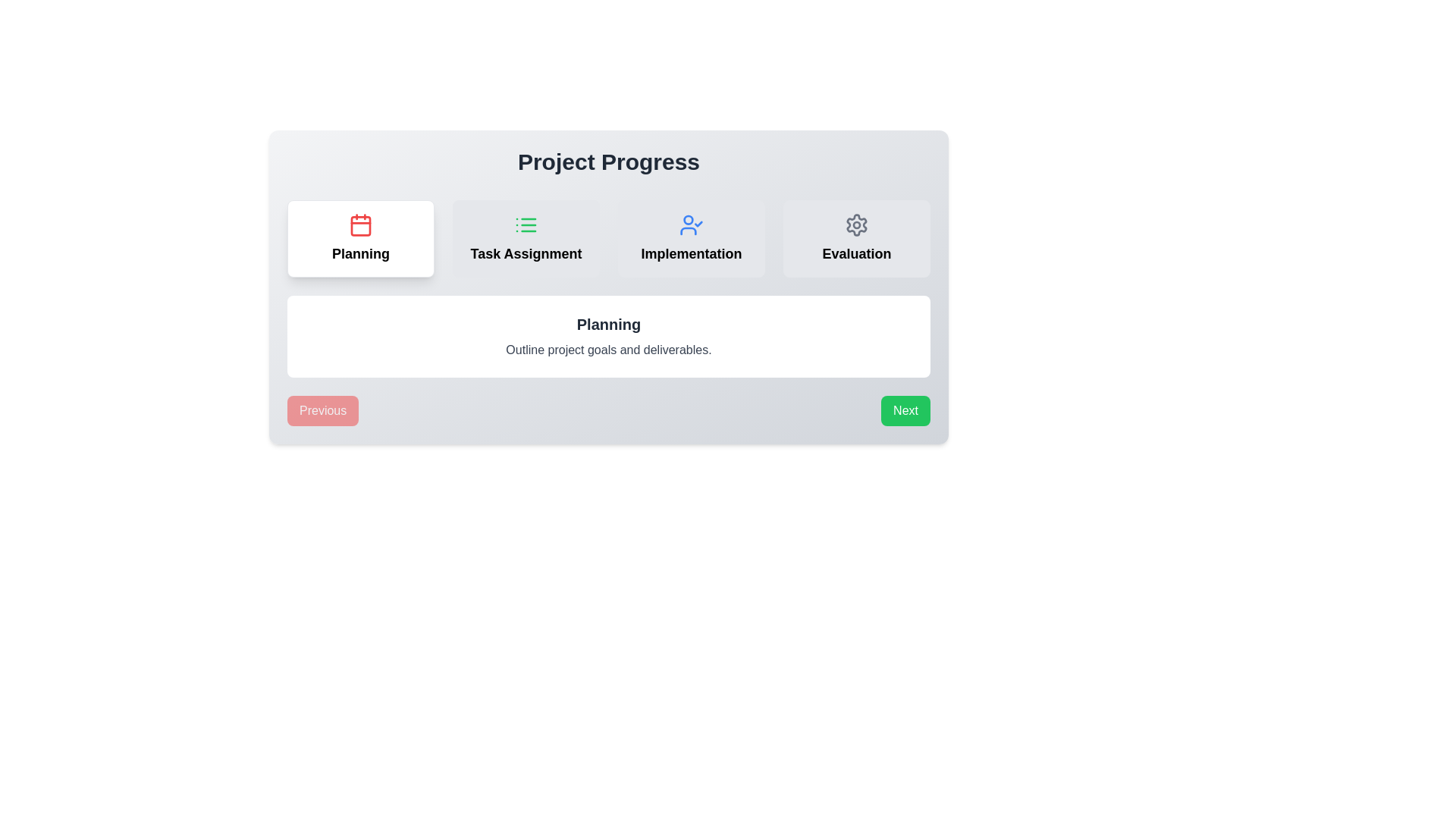  What do you see at coordinates (856, 225) in the screenshot?
I see `the gear-like icon associated with settings, located at the end of a row under the 'Evaluation' label` at bounding box center [856, 225].